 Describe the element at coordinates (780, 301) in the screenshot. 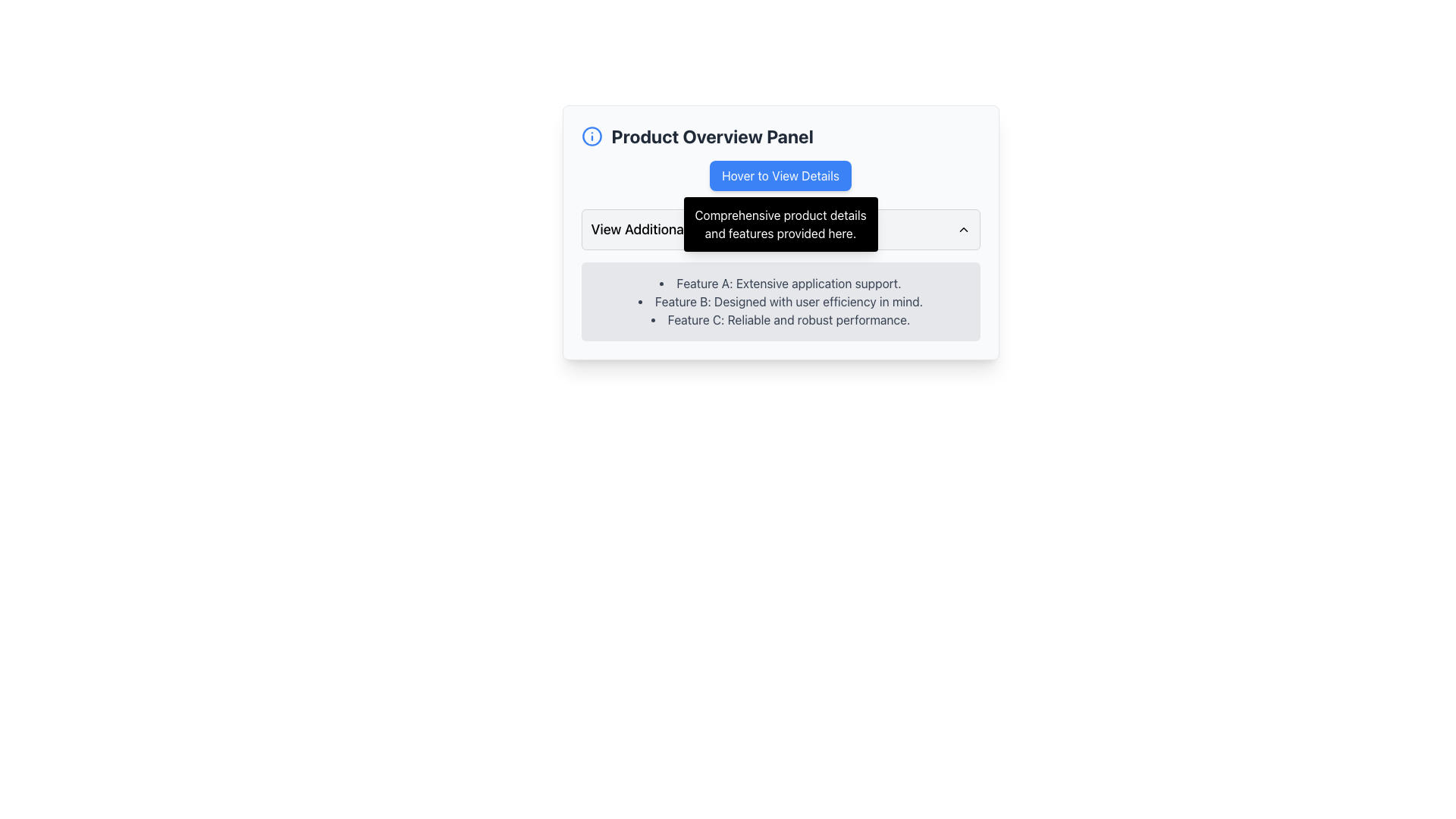

I see `the second bullet point in the list displaying 'Feature B: Designed with user efficiency in mind.'` at that location.